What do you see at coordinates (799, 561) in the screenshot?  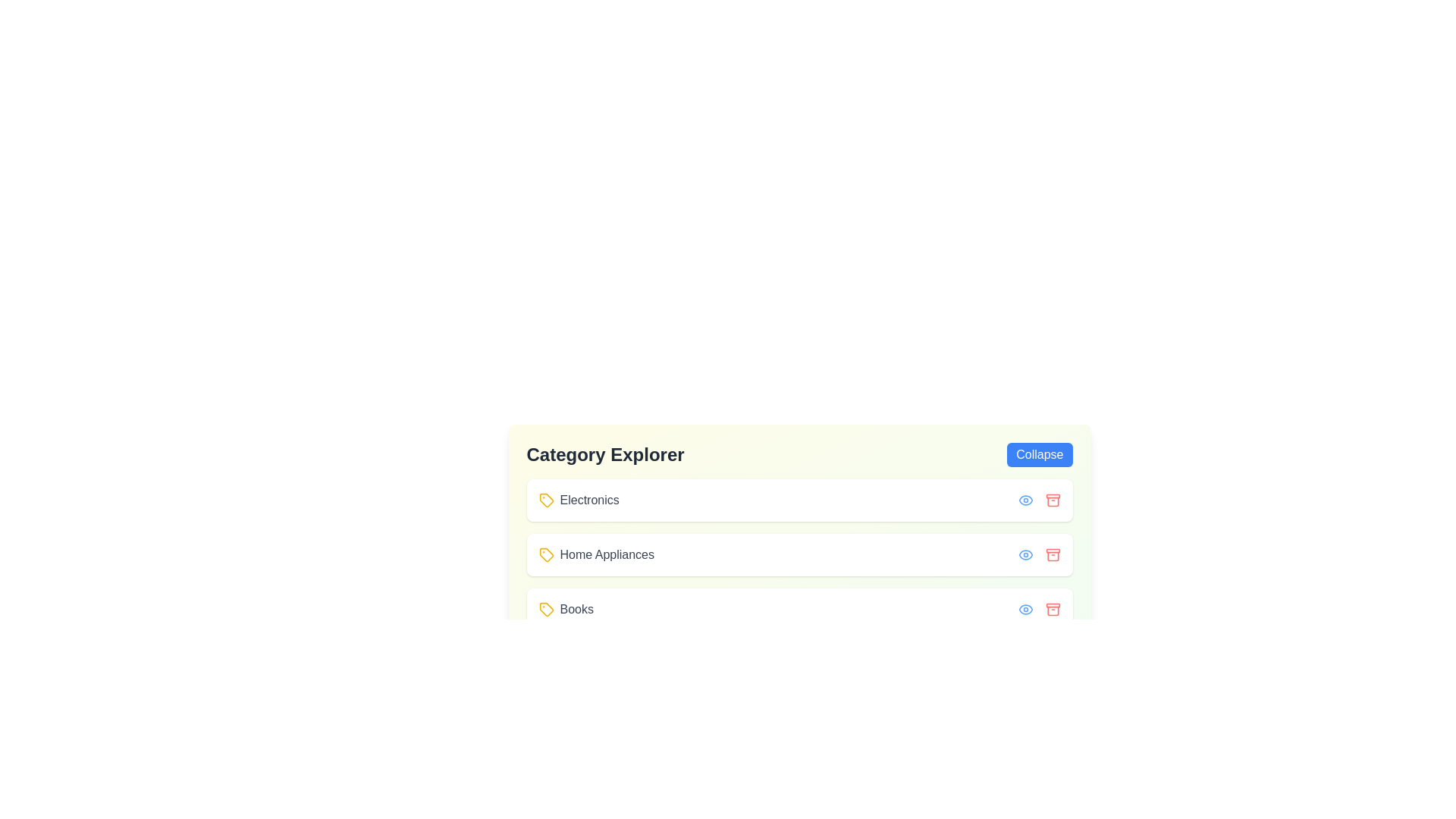 I see `the 'Home Appliances' category card, which is the second card in the 'Category Explorer' section, located below 'Electronics' and above 'Books'` at bounding box center [799, 561].